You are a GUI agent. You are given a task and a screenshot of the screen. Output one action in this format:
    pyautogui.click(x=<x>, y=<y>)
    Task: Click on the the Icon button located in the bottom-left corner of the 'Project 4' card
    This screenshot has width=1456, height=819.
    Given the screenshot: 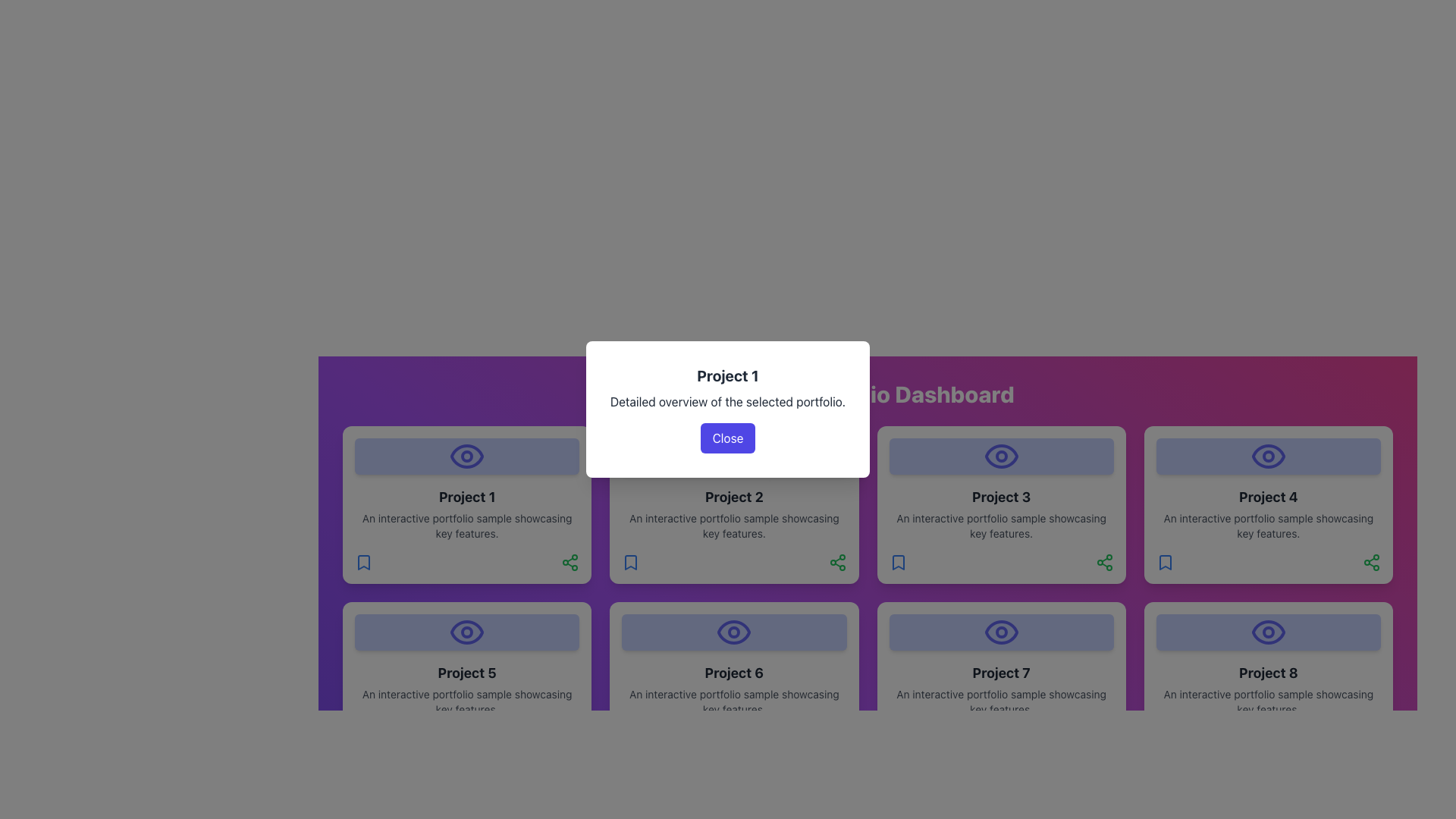 What is the action you would take?
    pyautogui.click(x=1164, y=562)
    